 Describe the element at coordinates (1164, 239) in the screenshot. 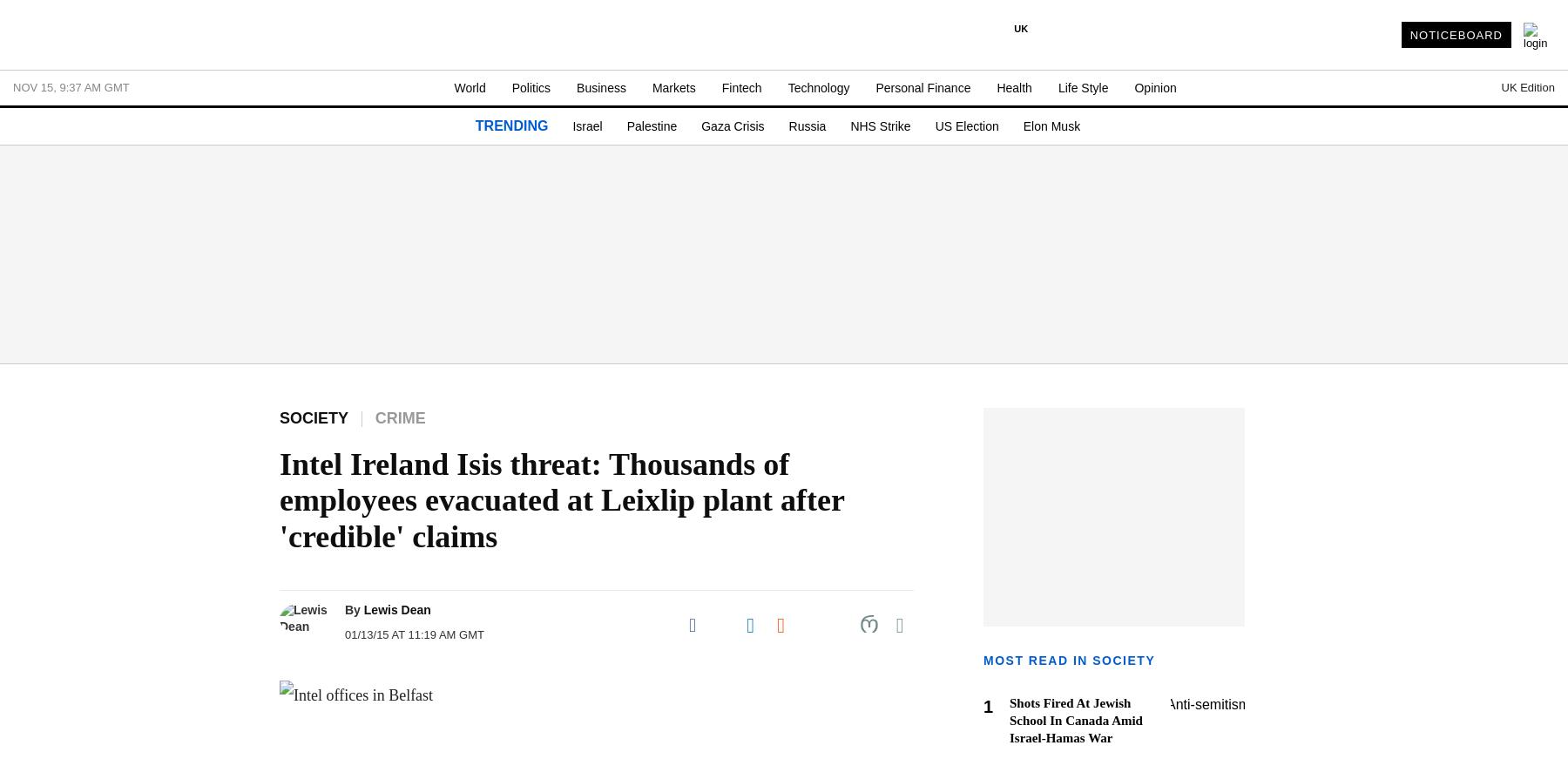

I see `'International Edition'` at that location.